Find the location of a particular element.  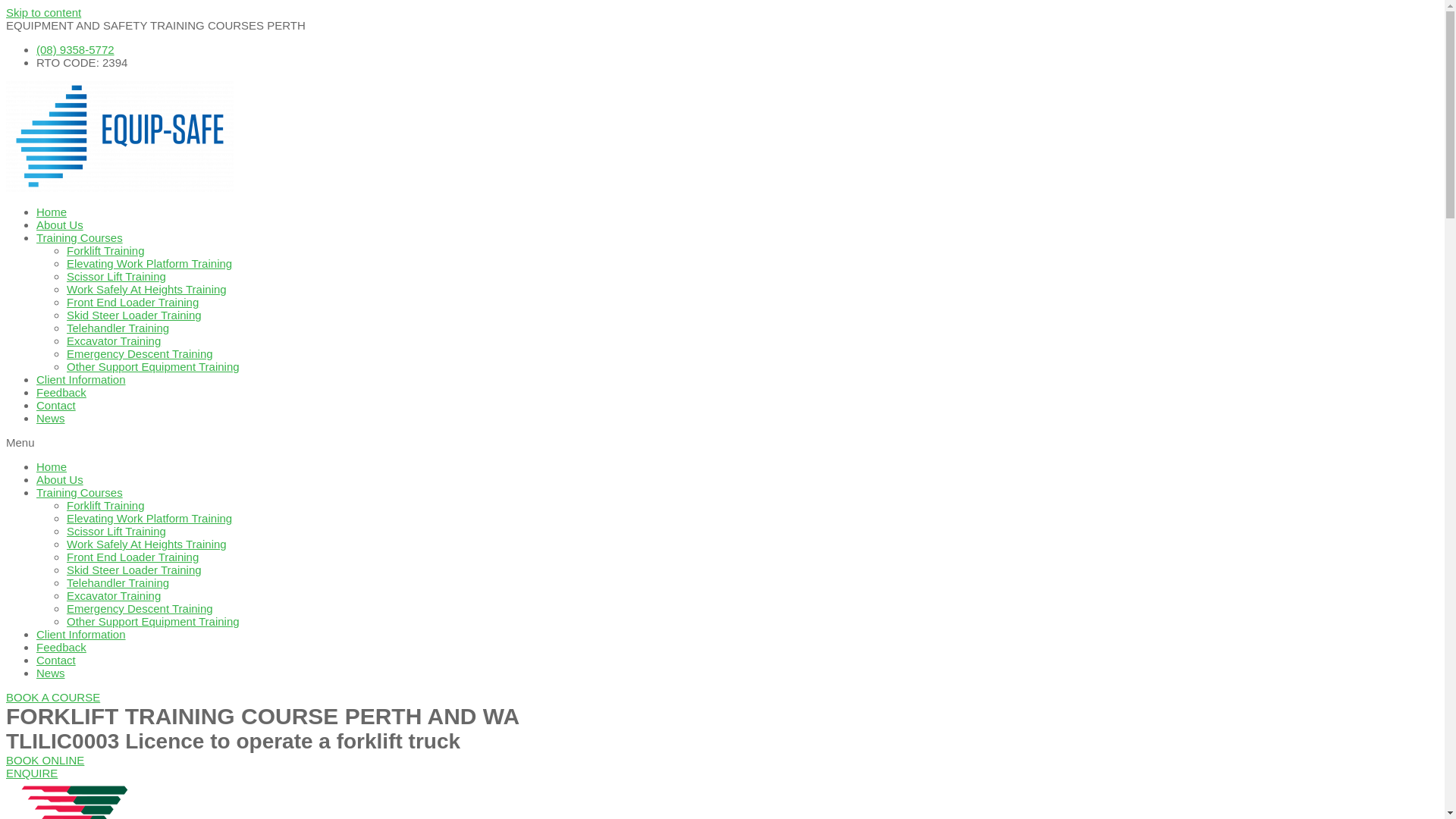

'Contact' is located at coordinates (55, 659).